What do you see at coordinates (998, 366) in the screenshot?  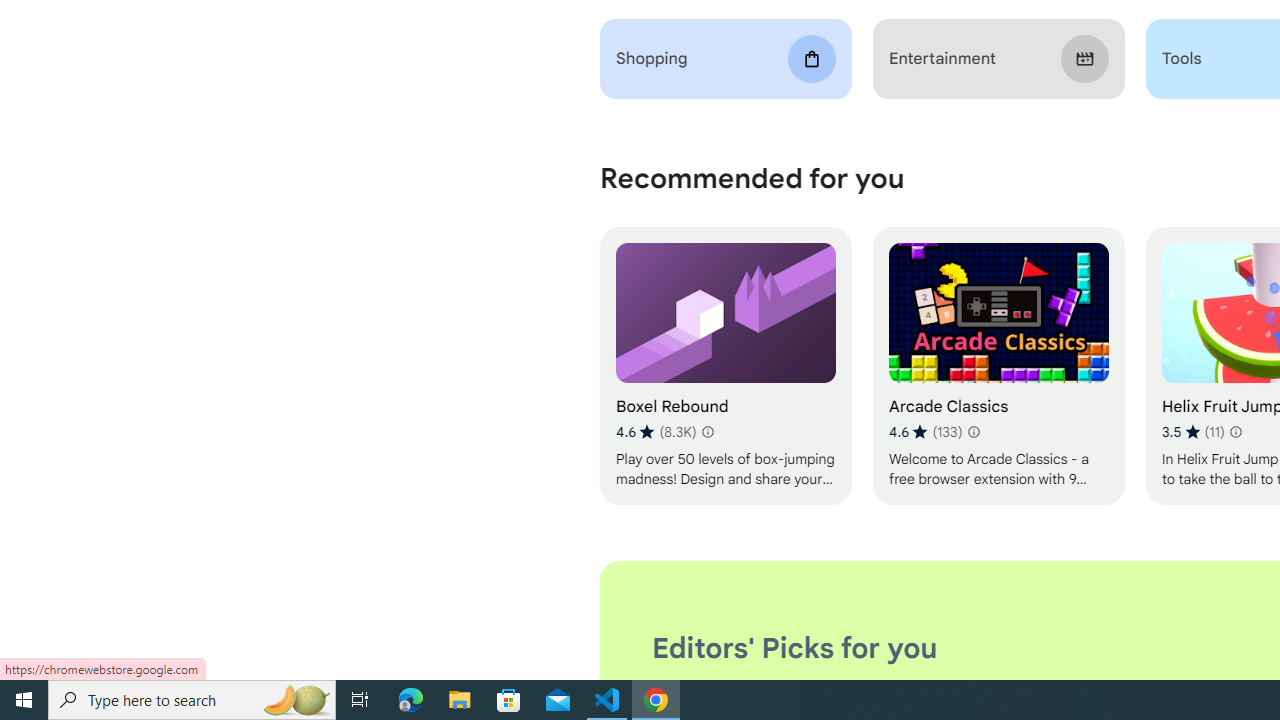 I see `'Arcade Classics'` at bounding box center [998, 366].